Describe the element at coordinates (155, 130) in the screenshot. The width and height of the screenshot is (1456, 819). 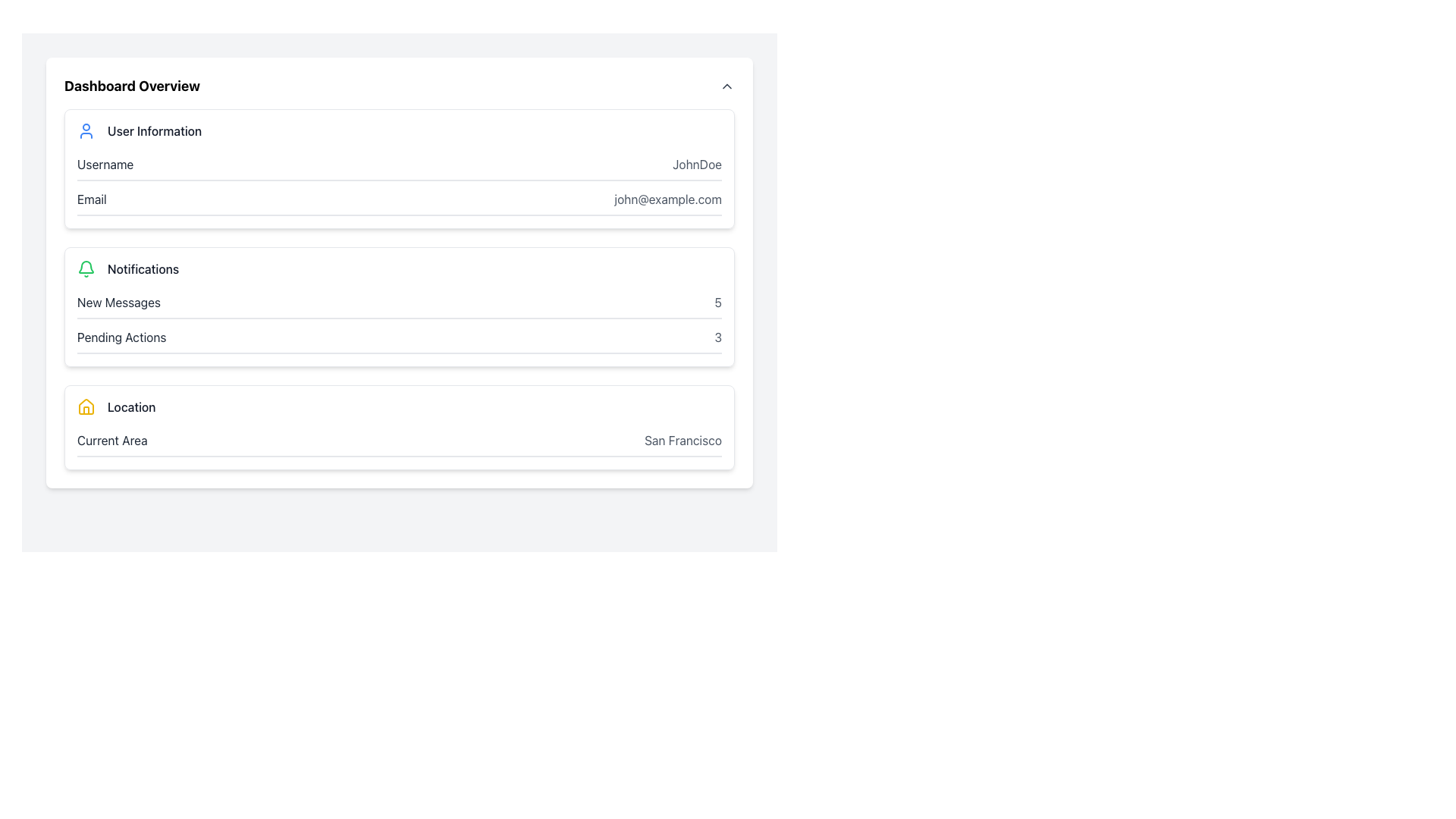
I see `the static text label that serves as a heading for the user details section, positioned to the right of the user icon in the Dashboard Overview interface` at that location.